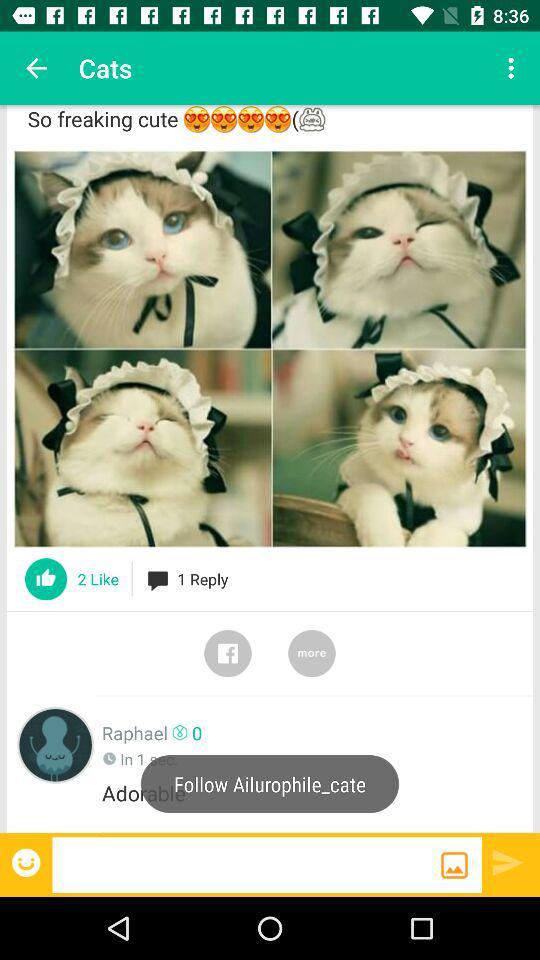  Describe the element at coordinates (27, 861) in the screenshot. I see `emojis` at that location.